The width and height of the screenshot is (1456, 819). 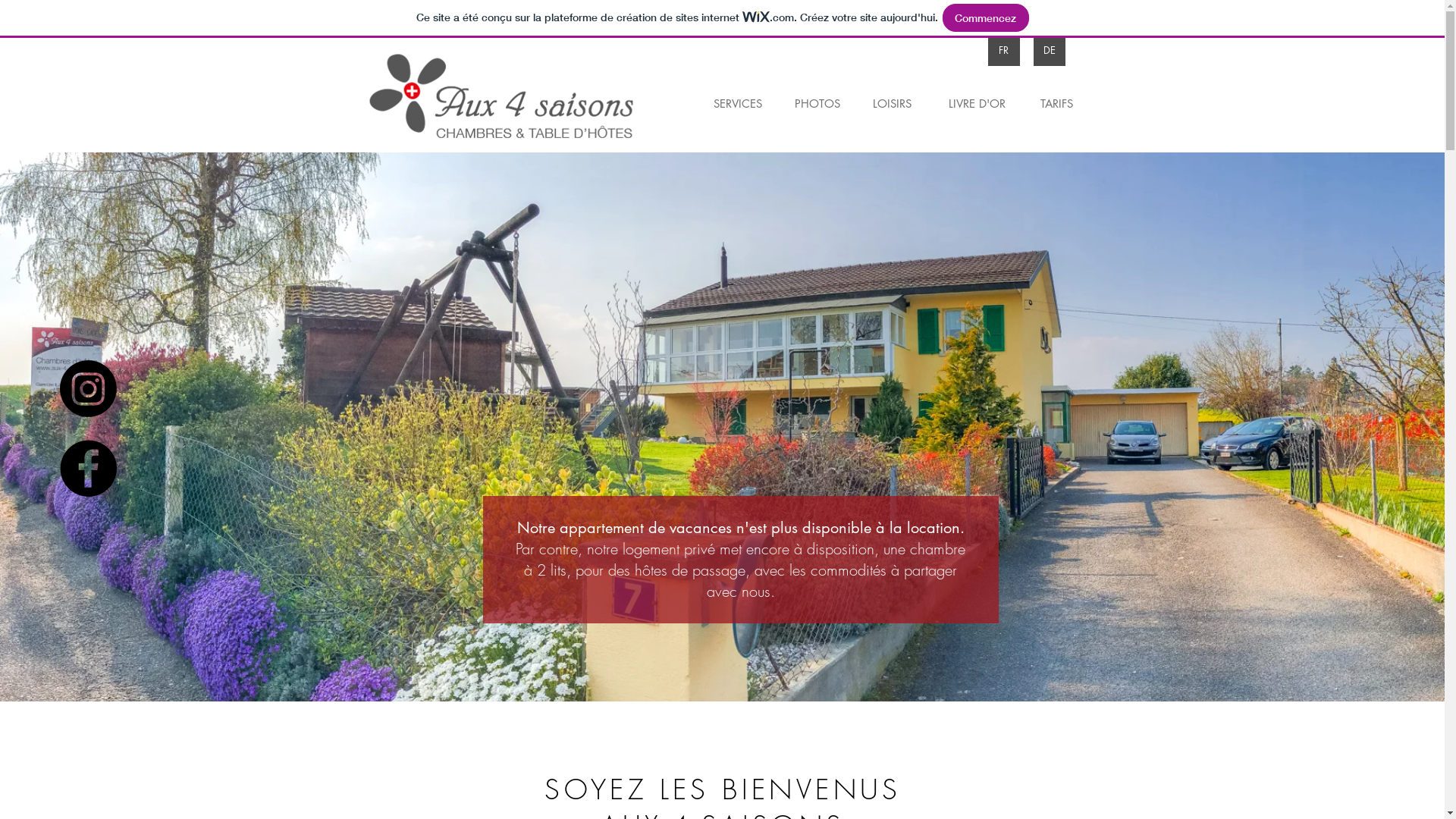 What do you see at coordinates (1047, 49) in the screenshot?
I see `'DE'` at bounding box center [1047, 49].